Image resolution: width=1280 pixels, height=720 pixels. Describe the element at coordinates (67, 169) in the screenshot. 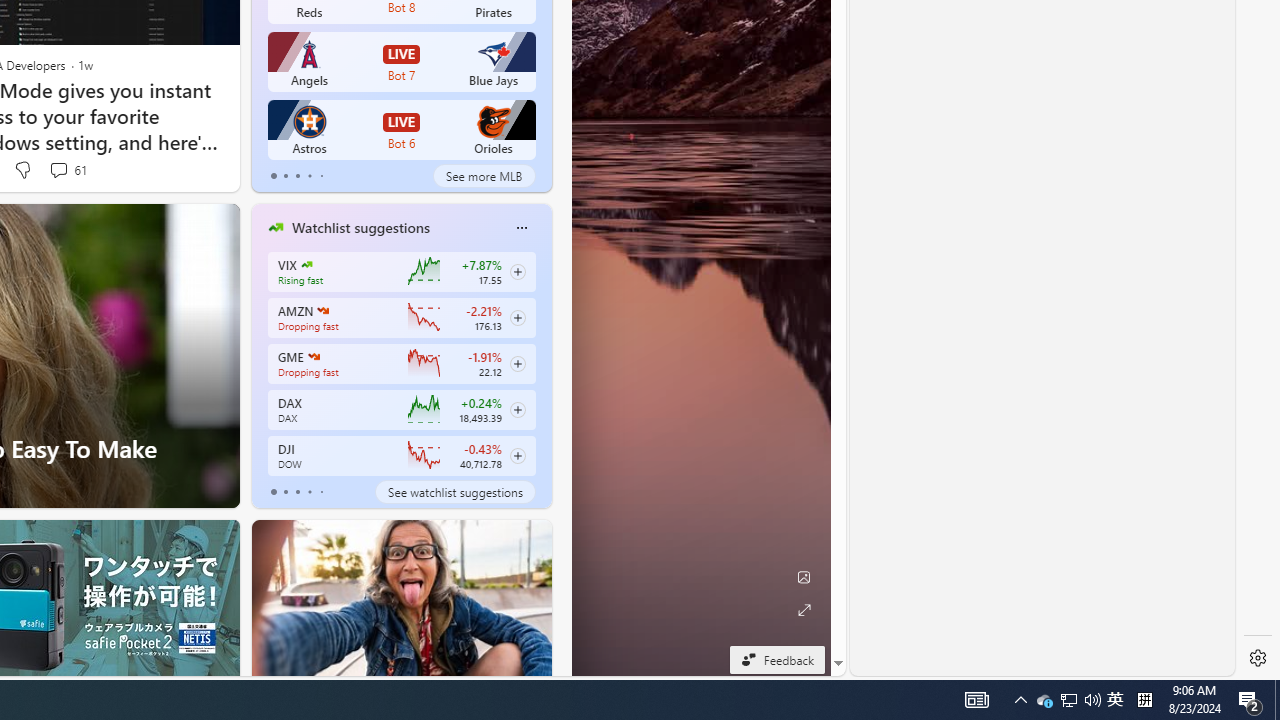

I see `'View comments 61 Comment'` at that location.